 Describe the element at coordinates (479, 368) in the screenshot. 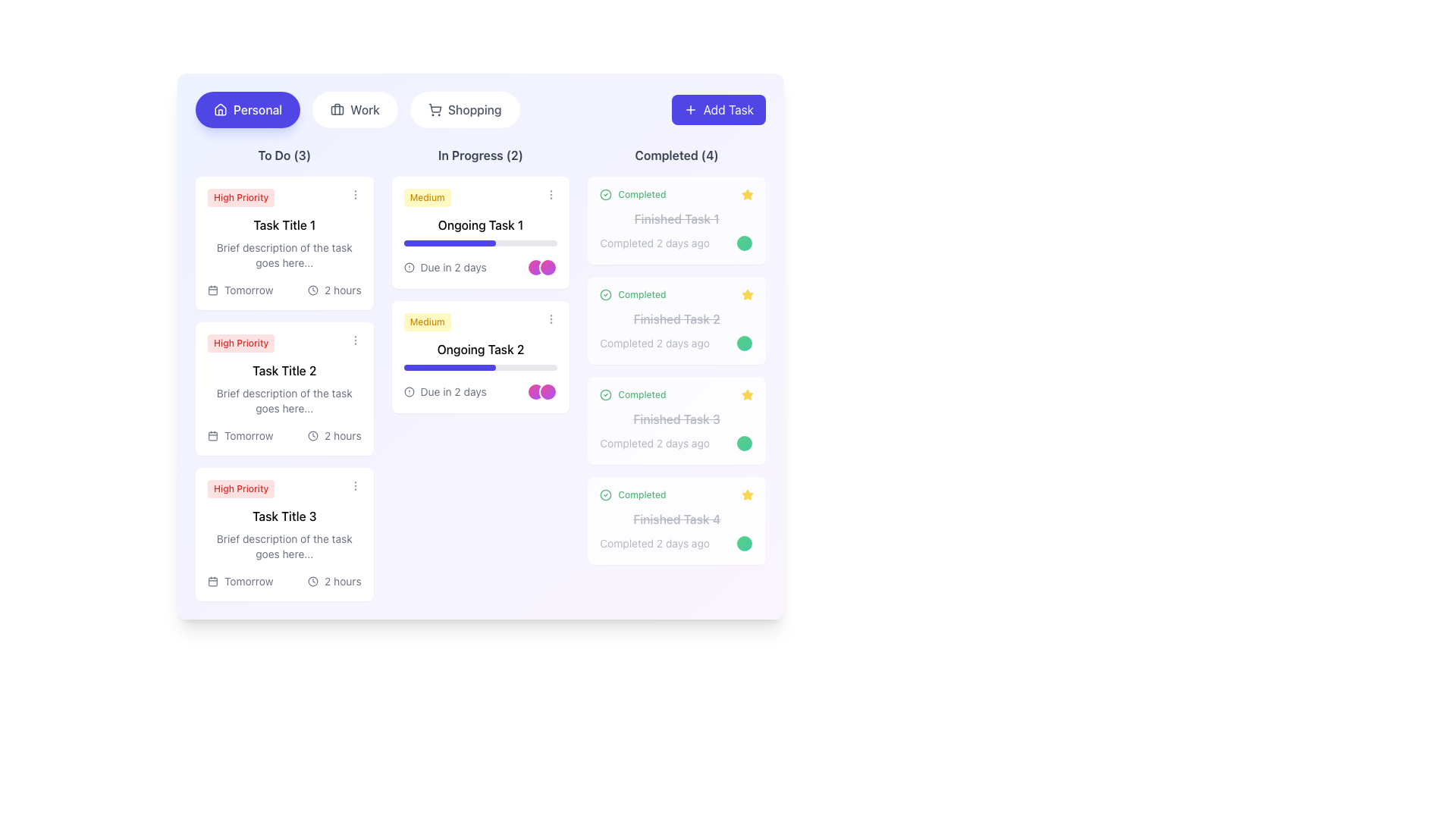

I see `progress bar located within the task card titled 'Ongoing Task 2' in the 'In Progress' column, which visually represents the task's completion status` at that location.